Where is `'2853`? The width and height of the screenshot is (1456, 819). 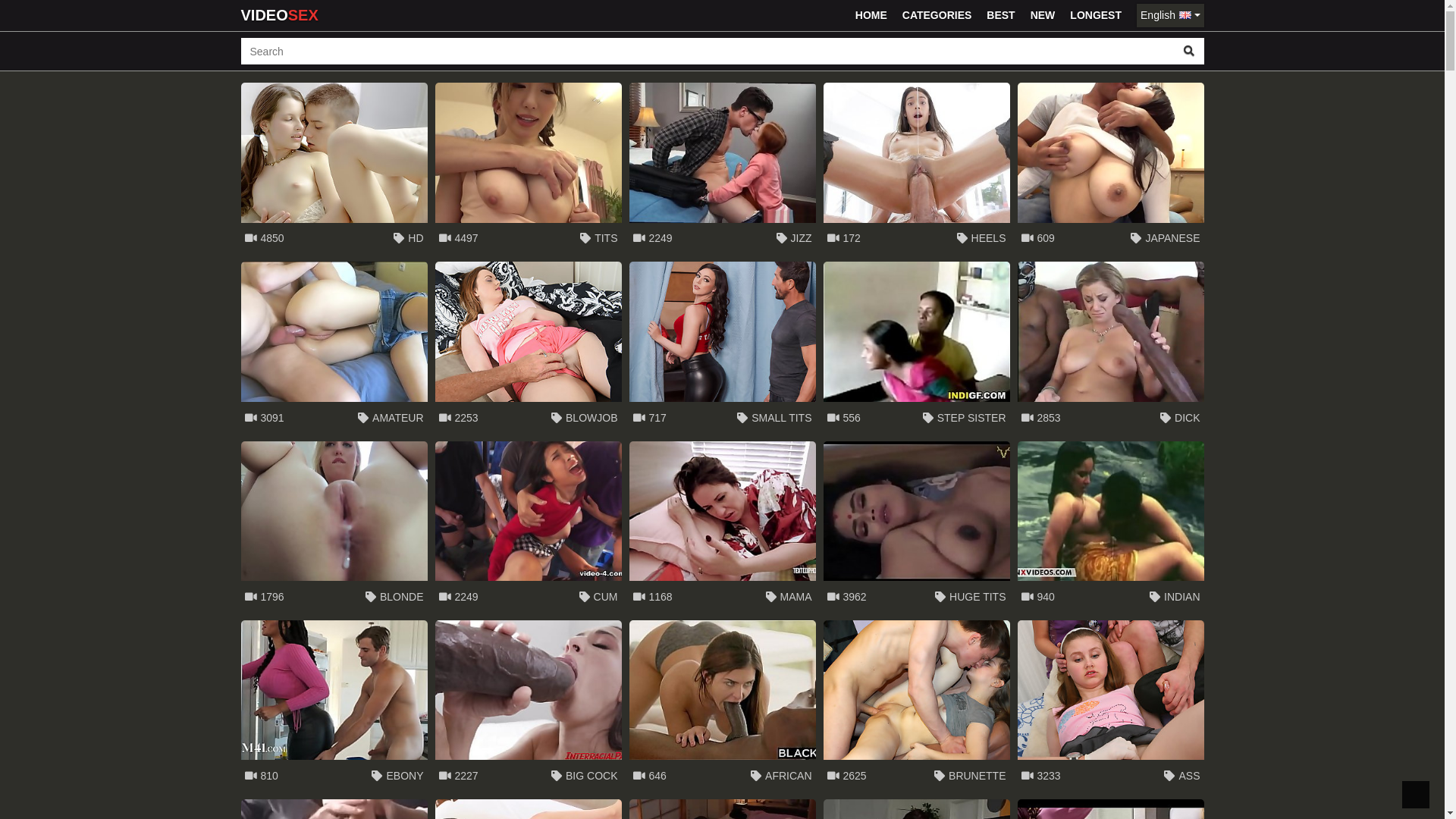 '2853 is located at coordinates (1110, 347).